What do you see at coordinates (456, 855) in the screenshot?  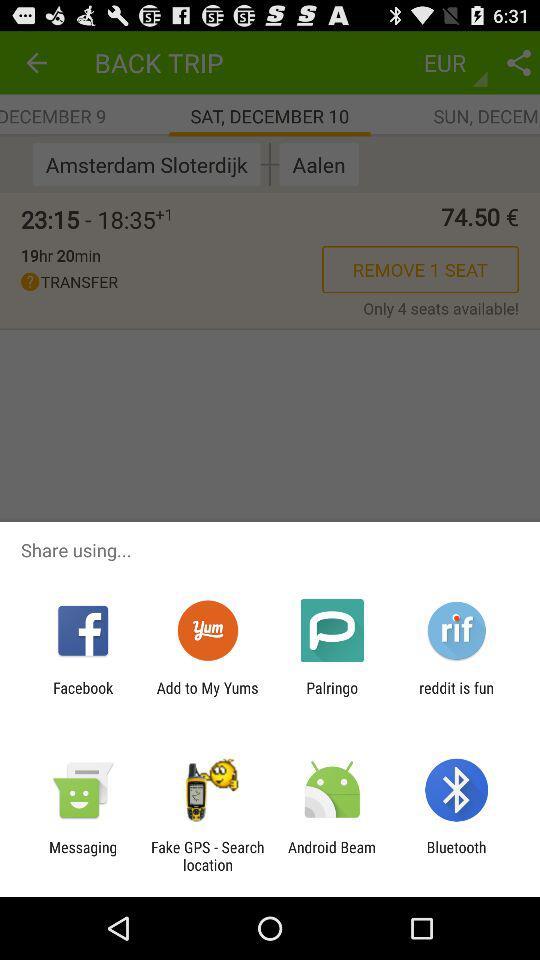 I see `the item next to the android beam item` at bounding box center [456, 855].